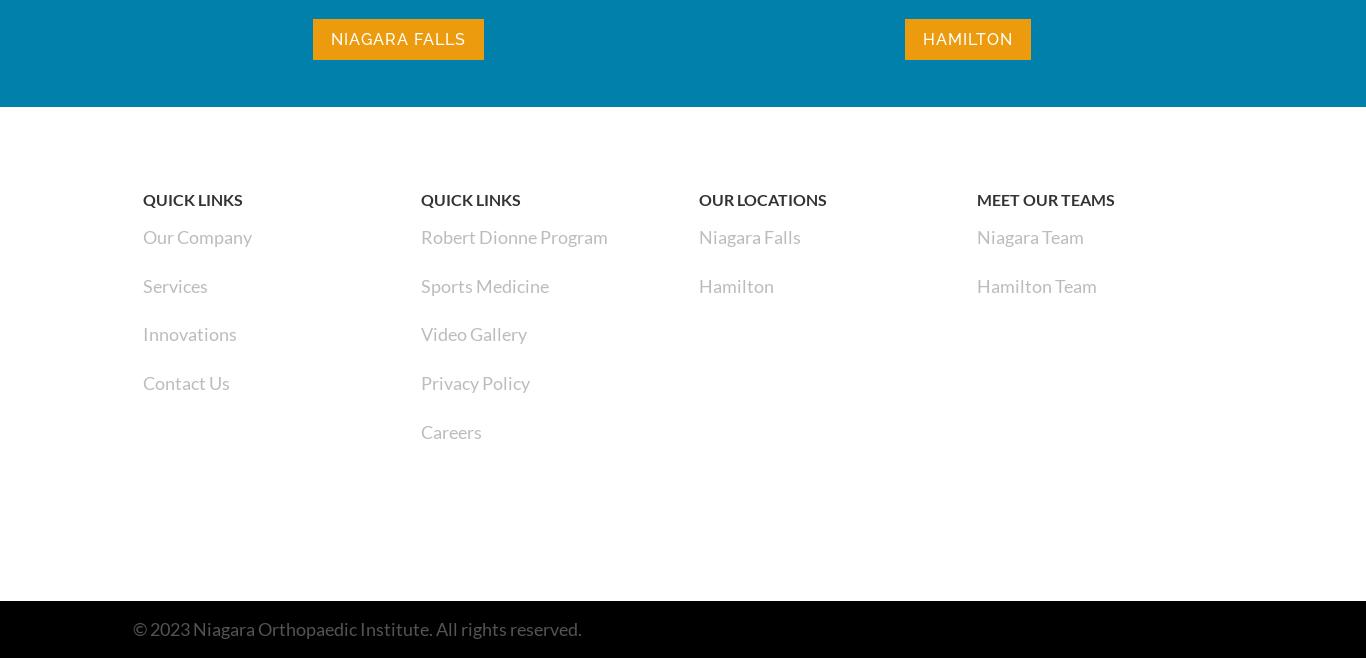 This screenshot has height=658, width=1366. I want to click on 'Meet our Teams', so click(1044, 199).